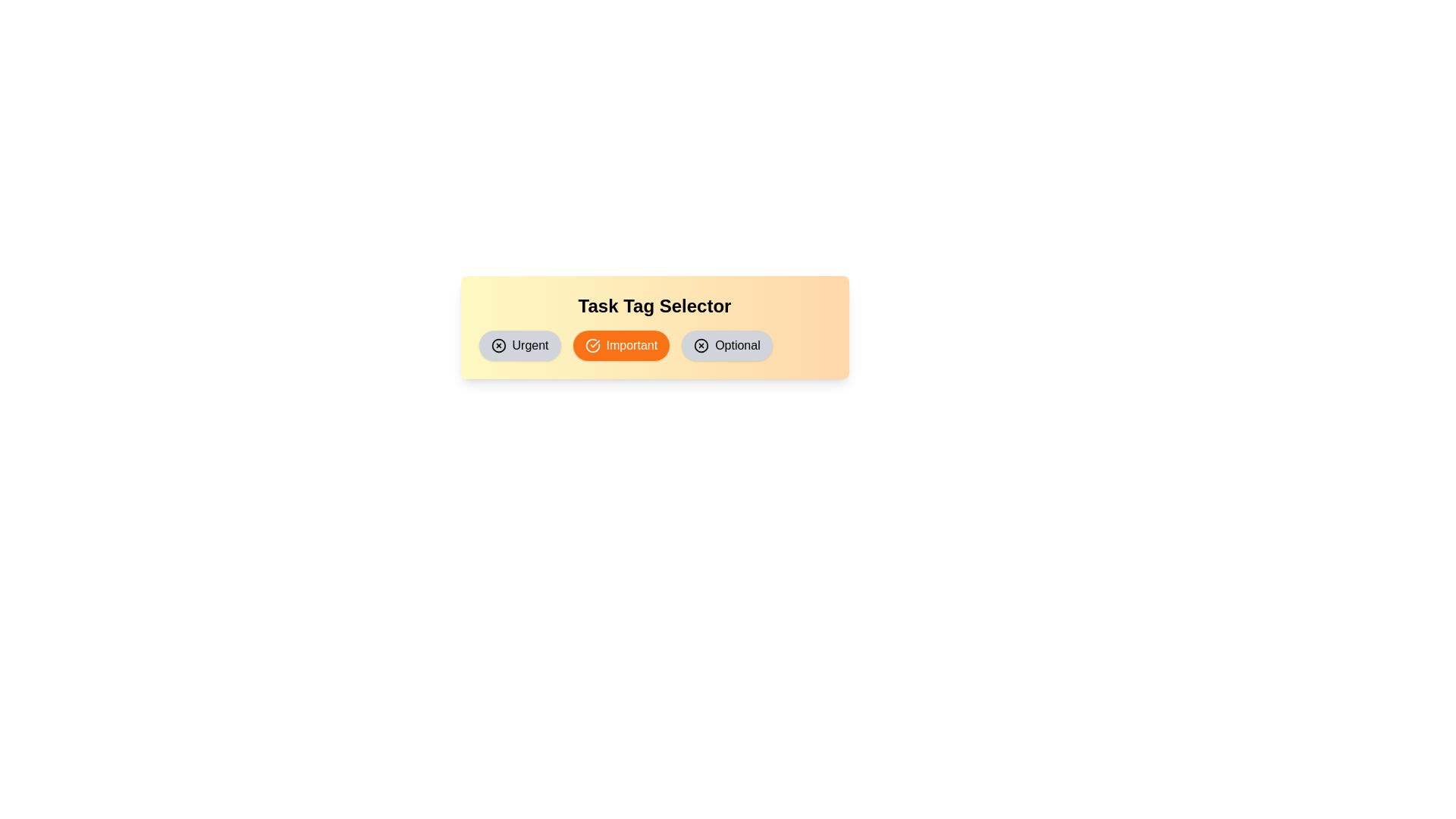 This screenshot has height=819, width=1456. I want to click on the tag labeled Urgent, so click(519, 345).